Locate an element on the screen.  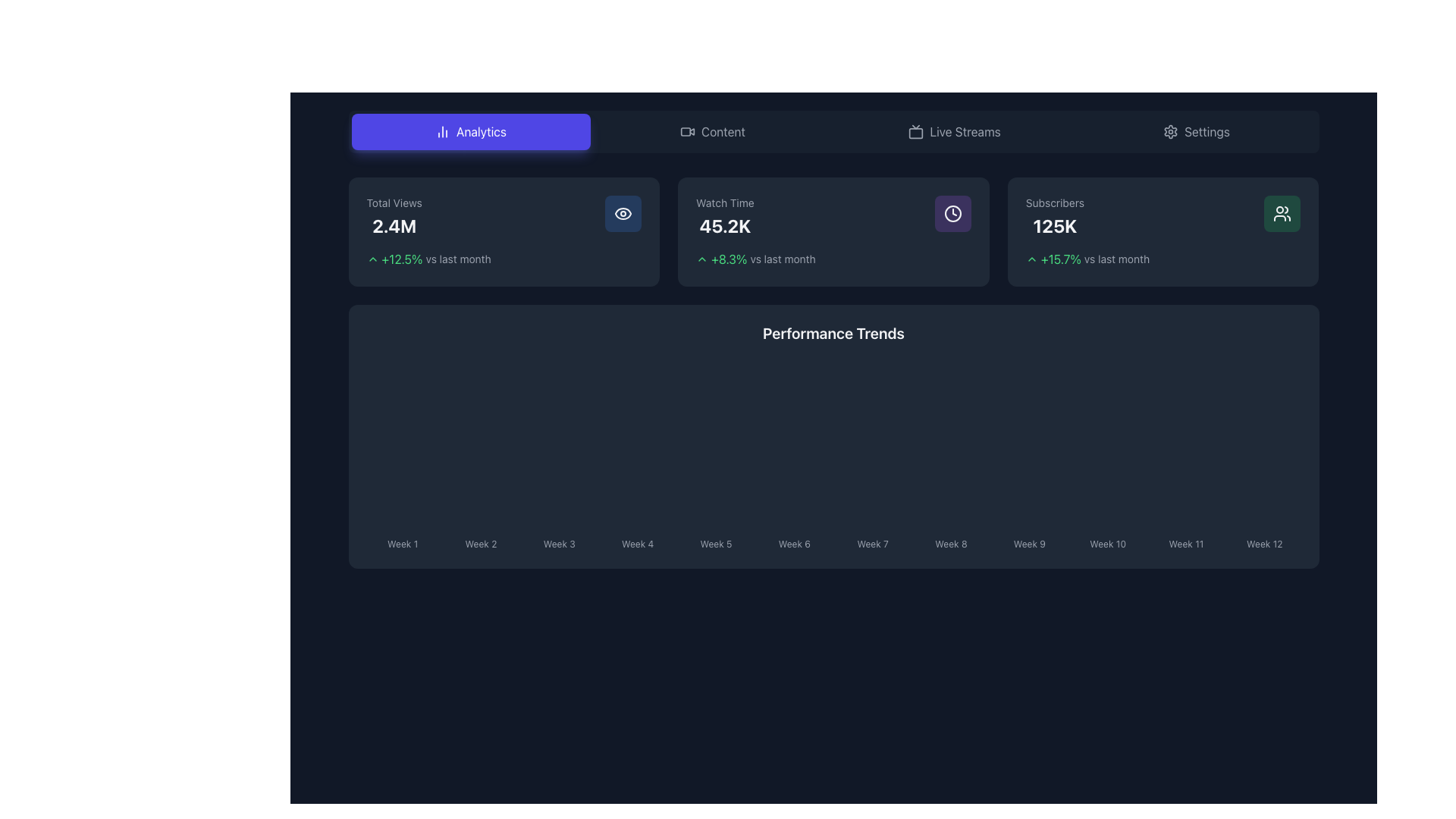
the Text Label showing the statistical percentage growth value related to 'Subscribers', positioned below the 'Subscribers' label and before 'vs last month' is located at coordinates (1060, 259).